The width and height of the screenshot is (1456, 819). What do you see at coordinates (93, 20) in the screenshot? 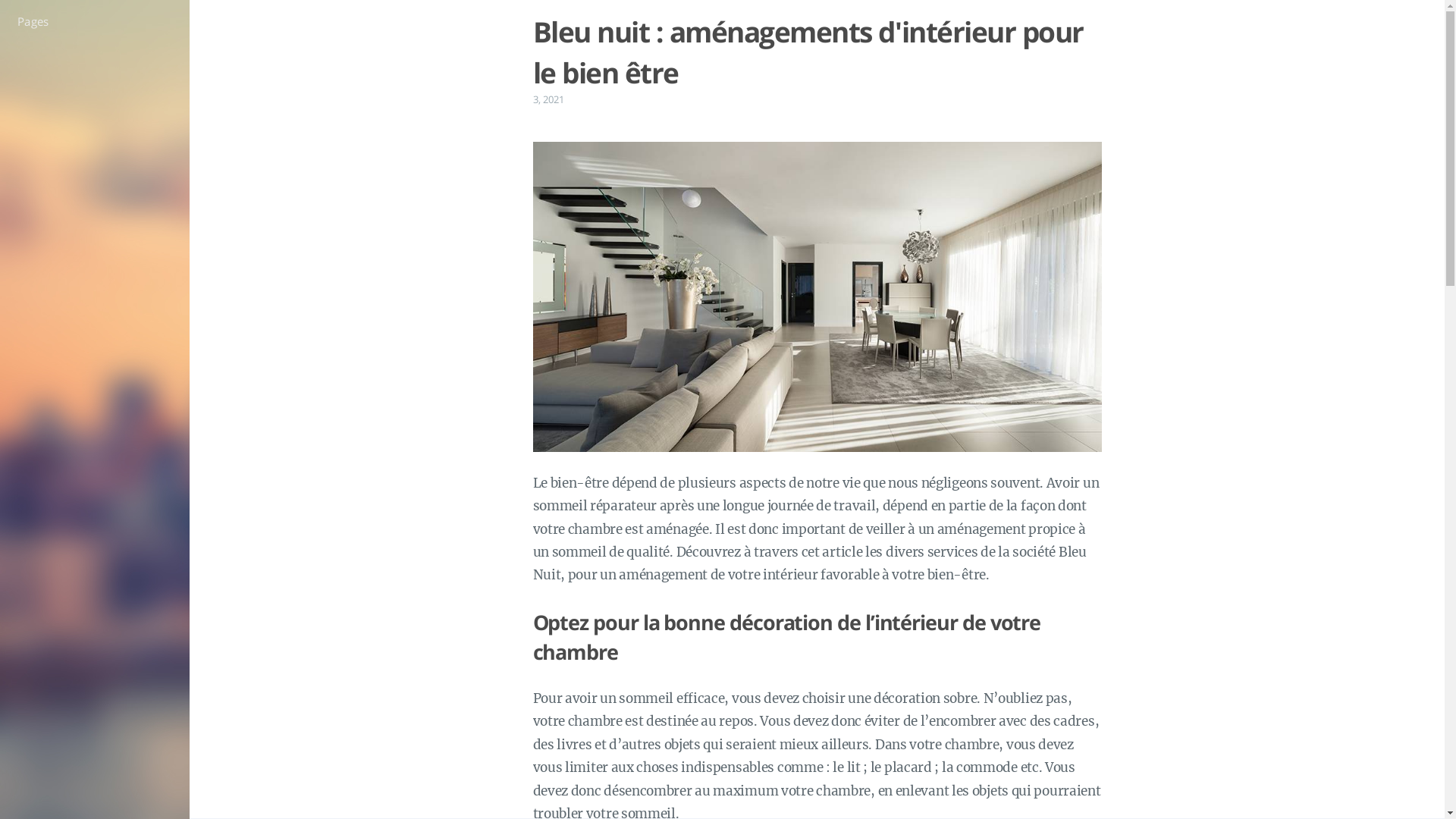
I see `'Pages'` at bounding box center [93, 20].